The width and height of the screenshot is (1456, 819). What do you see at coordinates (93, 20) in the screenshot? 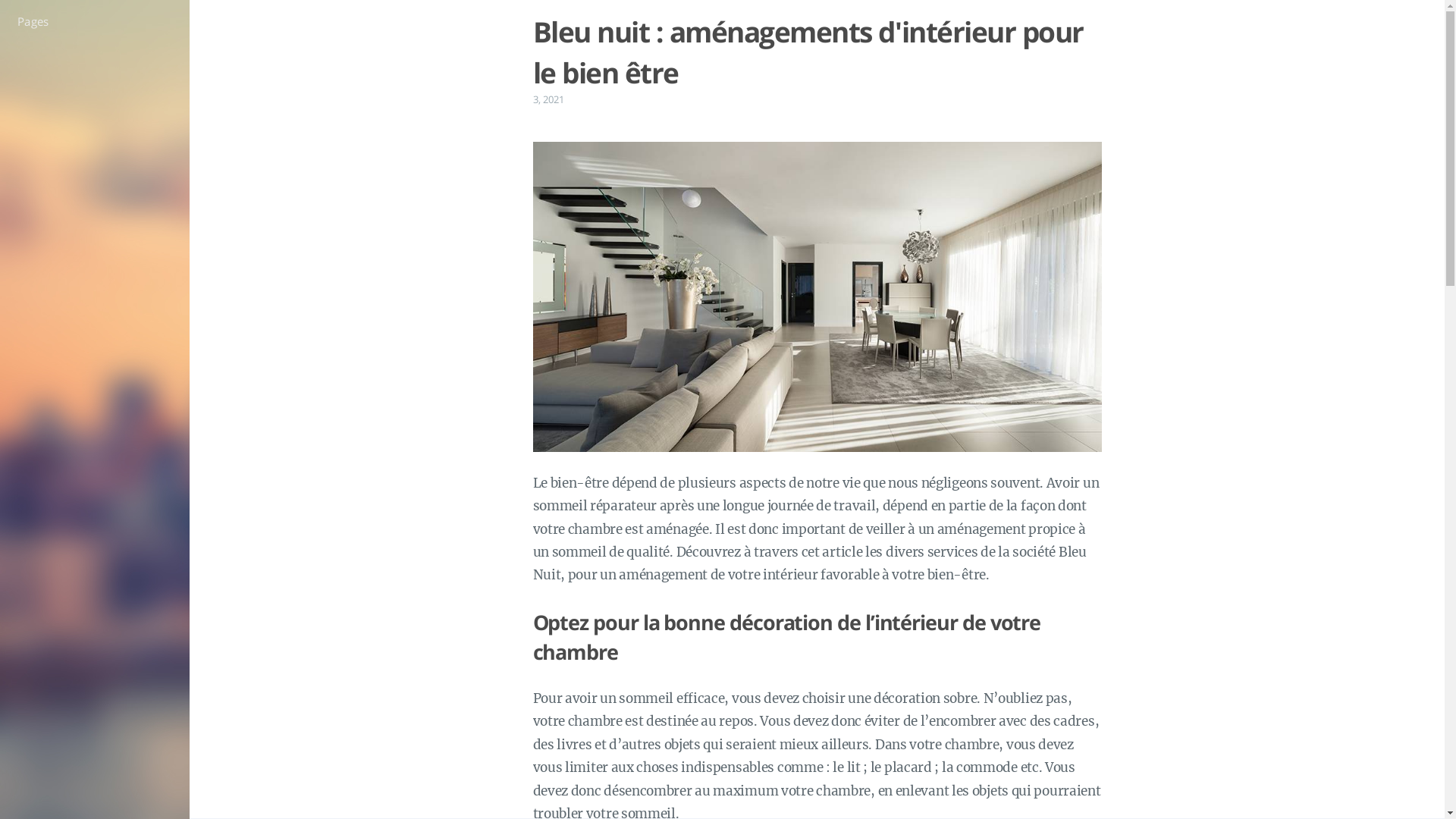
I see `'Pages'` at bounding box center [93, 20].